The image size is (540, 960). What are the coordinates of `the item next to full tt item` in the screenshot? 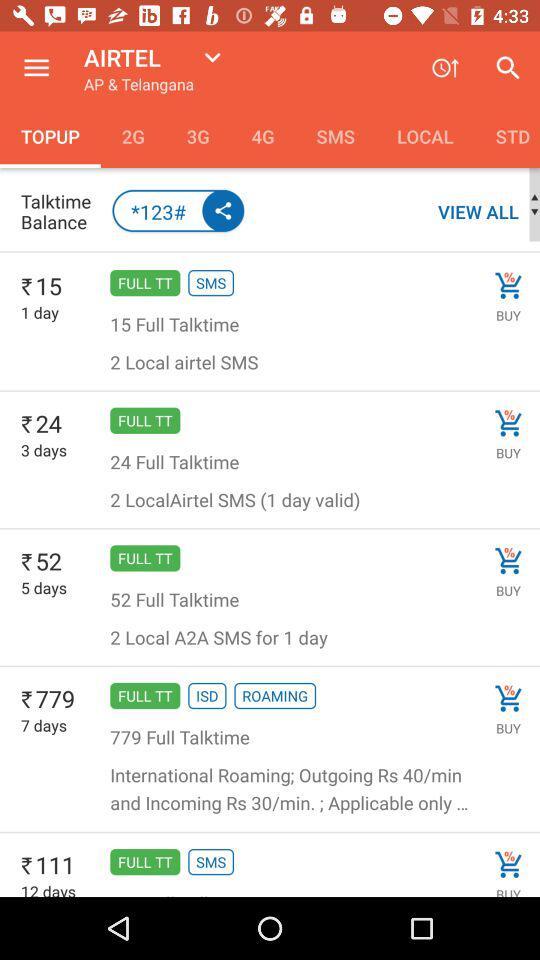 It's located at (44, 450).